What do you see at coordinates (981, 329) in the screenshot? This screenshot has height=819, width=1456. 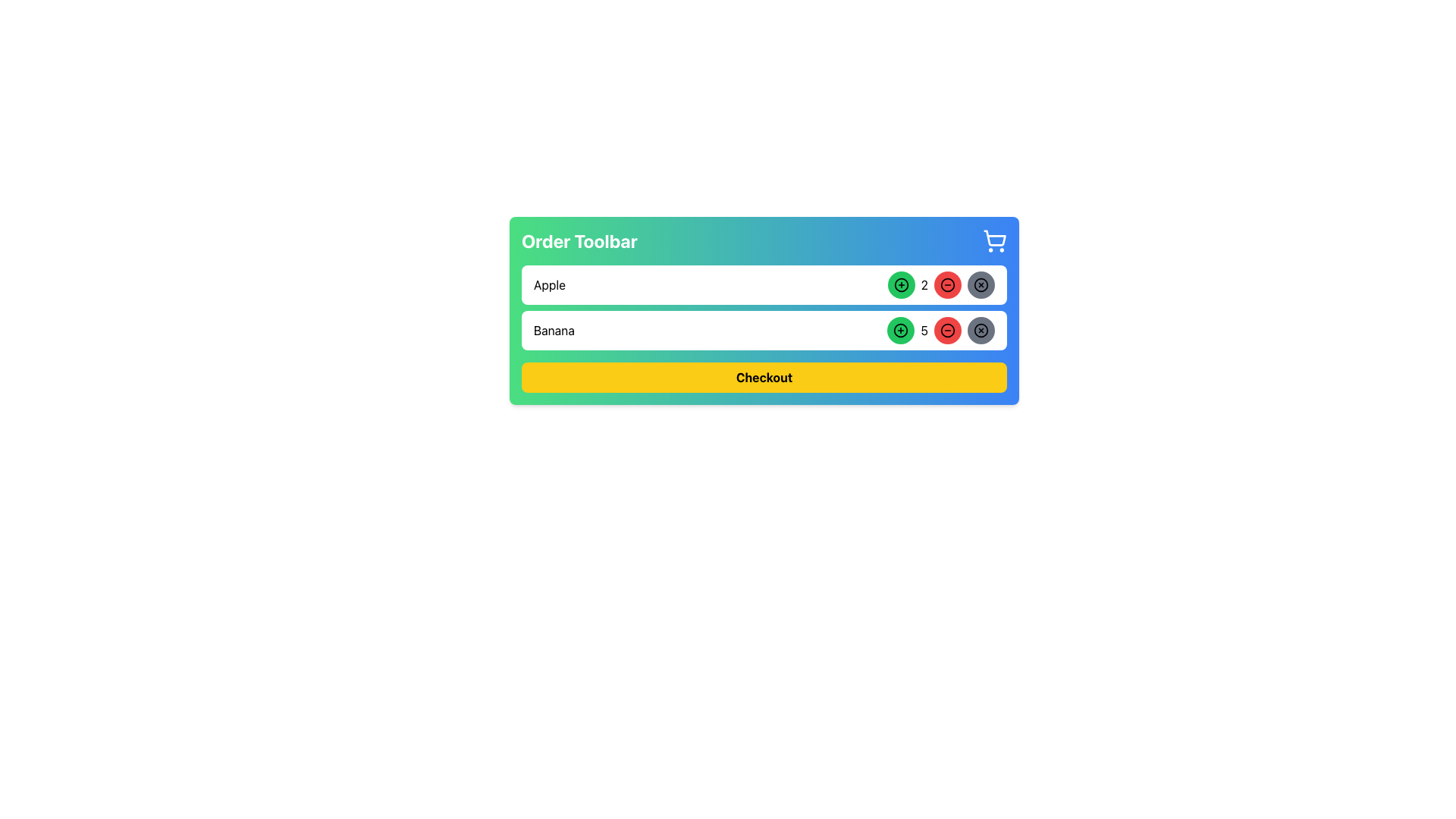 I see `the circular button with a dark gray background and an 'X' icon, located in the second row under the label 'Banana'` at bounding box center [981, 329].